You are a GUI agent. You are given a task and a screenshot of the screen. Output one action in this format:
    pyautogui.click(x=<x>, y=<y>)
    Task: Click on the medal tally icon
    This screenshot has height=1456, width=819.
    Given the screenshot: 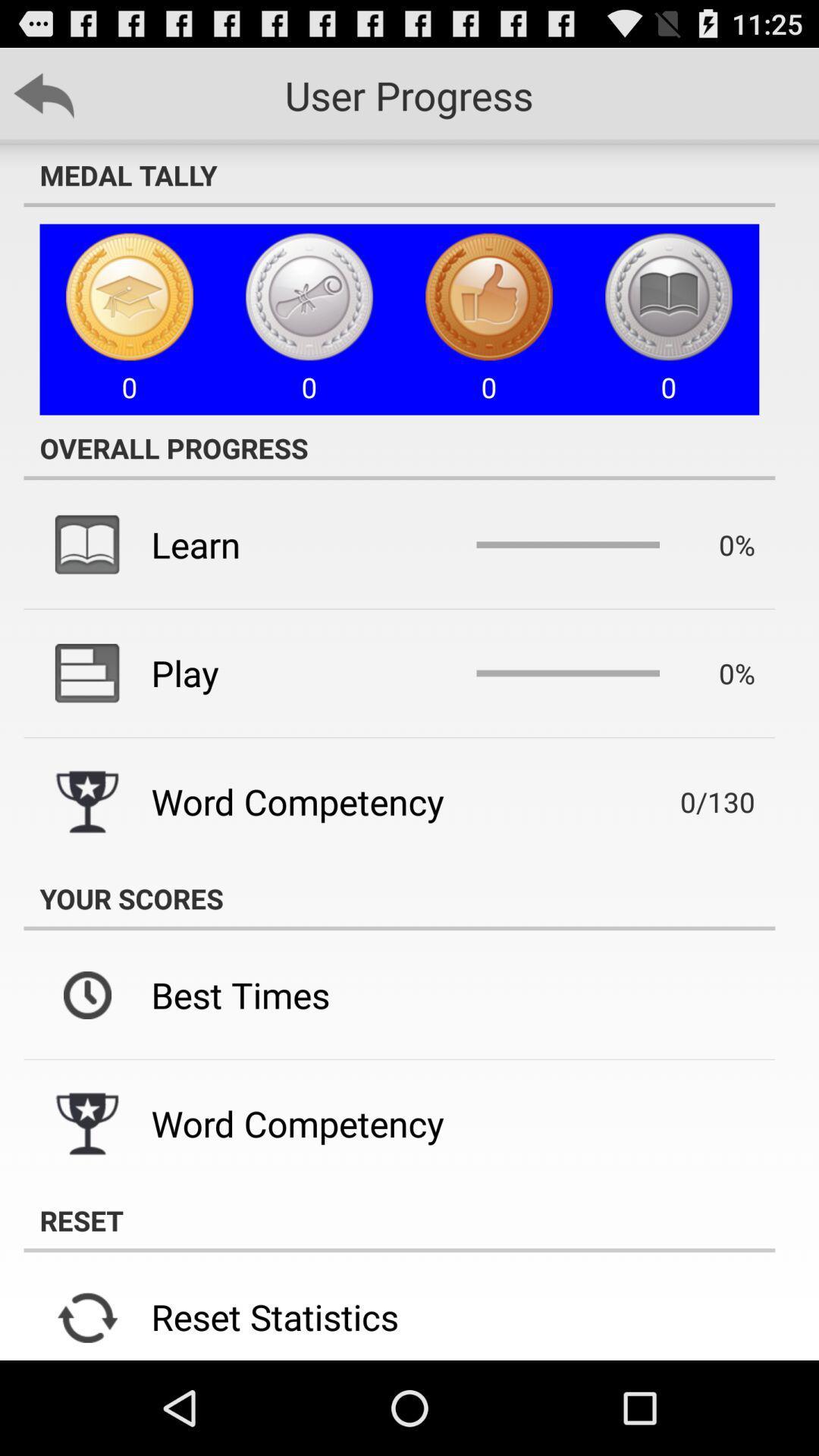 What is the action you would take?
    pyautogui.click(x=398, y=174)
    